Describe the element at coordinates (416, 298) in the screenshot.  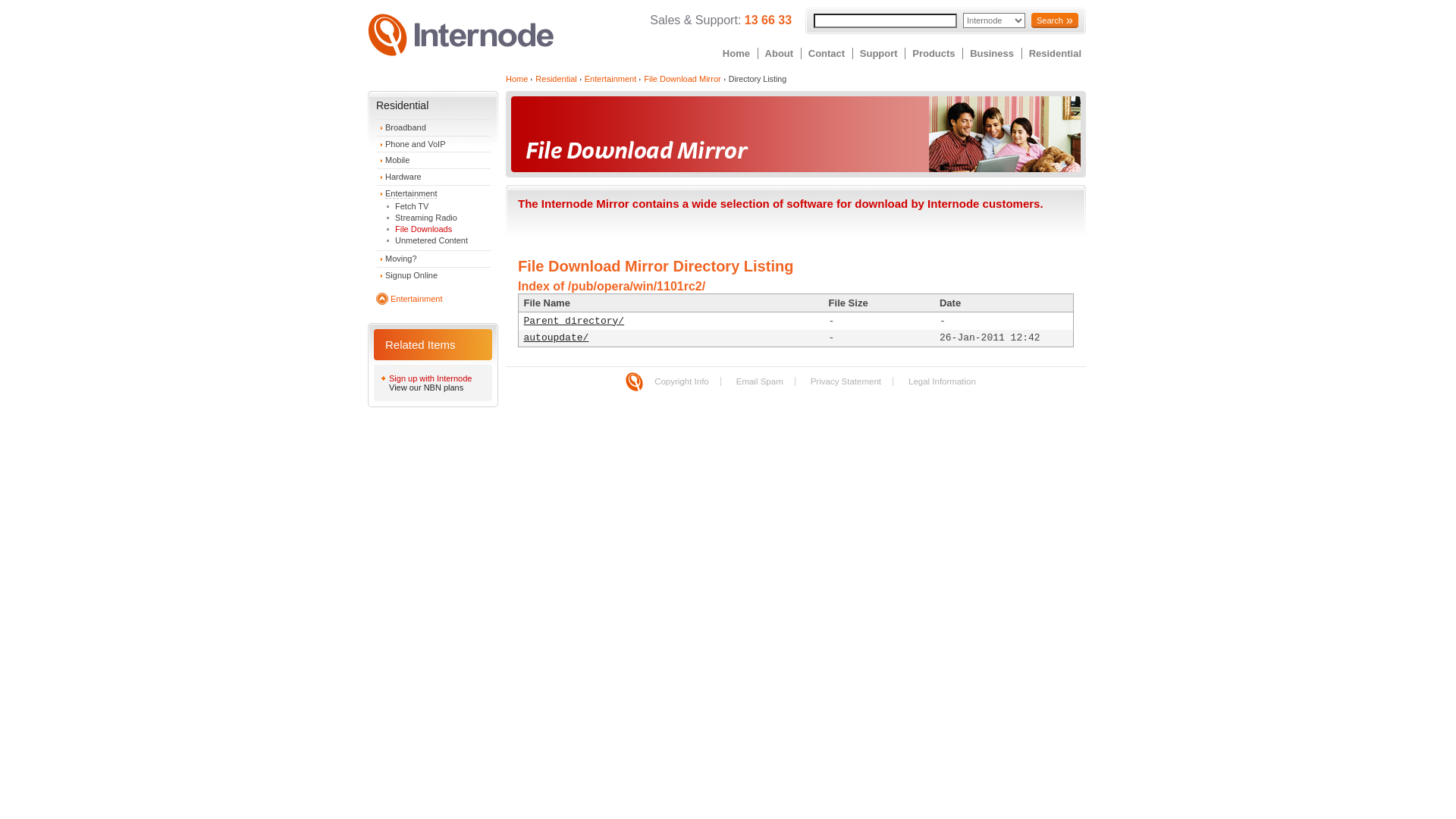
I see `'Entertainment'` at that location.